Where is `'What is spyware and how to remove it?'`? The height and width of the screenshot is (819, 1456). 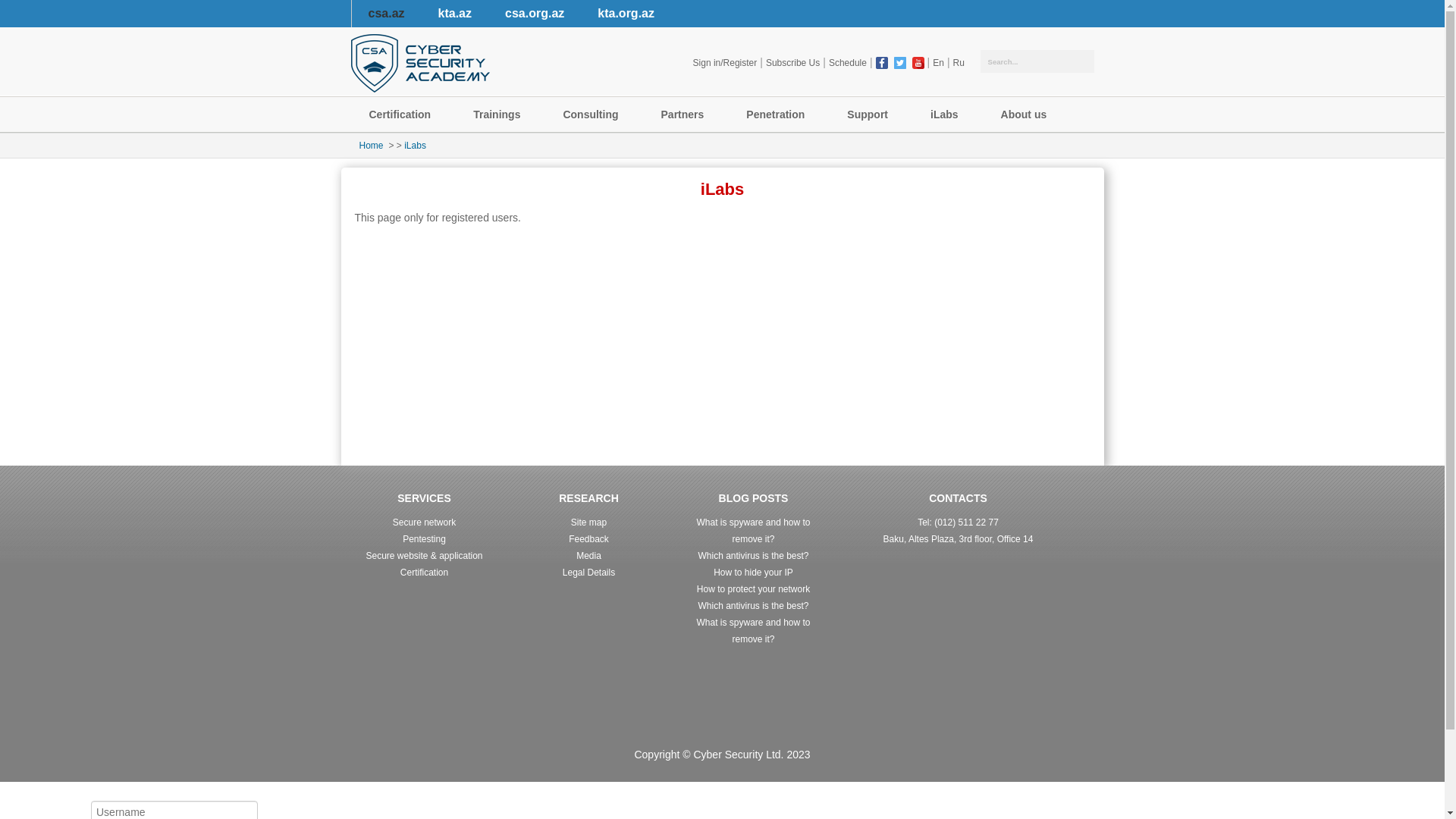
'What is spyware and how to remove it?' is located at coordinates (753, 631).